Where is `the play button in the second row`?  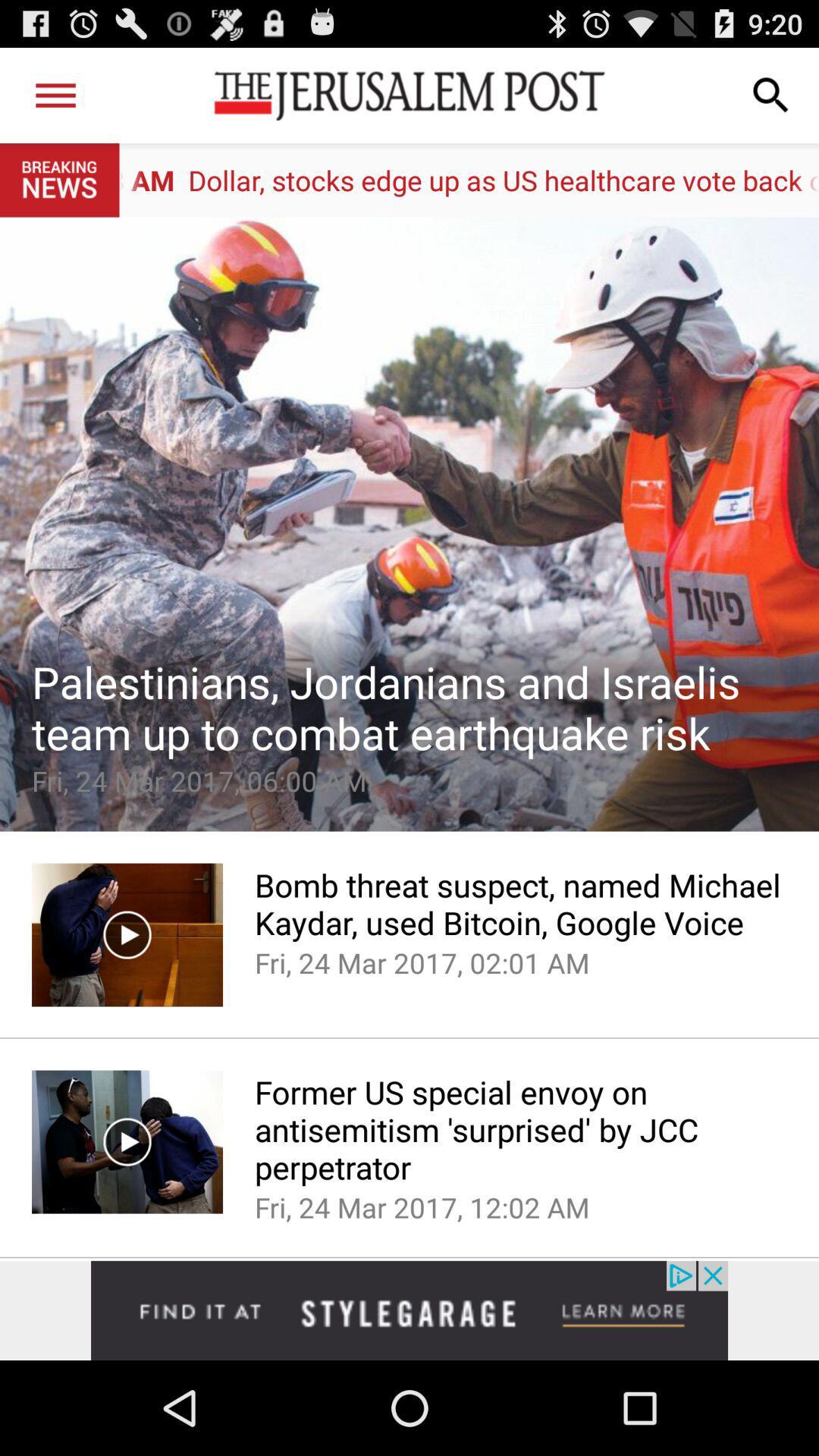 the play button in the second row is located at coordinates (127, 1142).